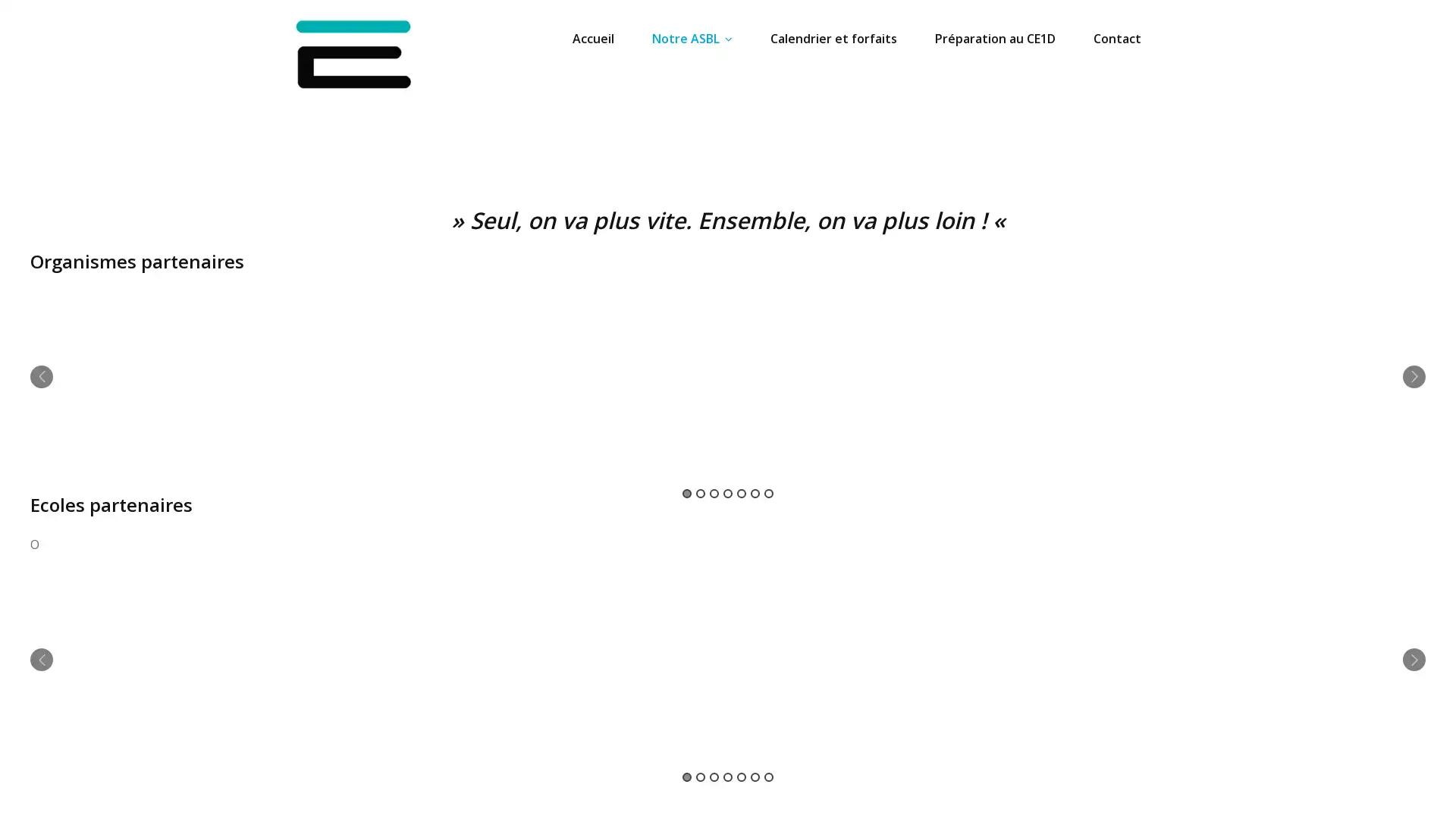 The height and width of the screenshot is (819, 1456). I want to click on 7, so click(768, 494).